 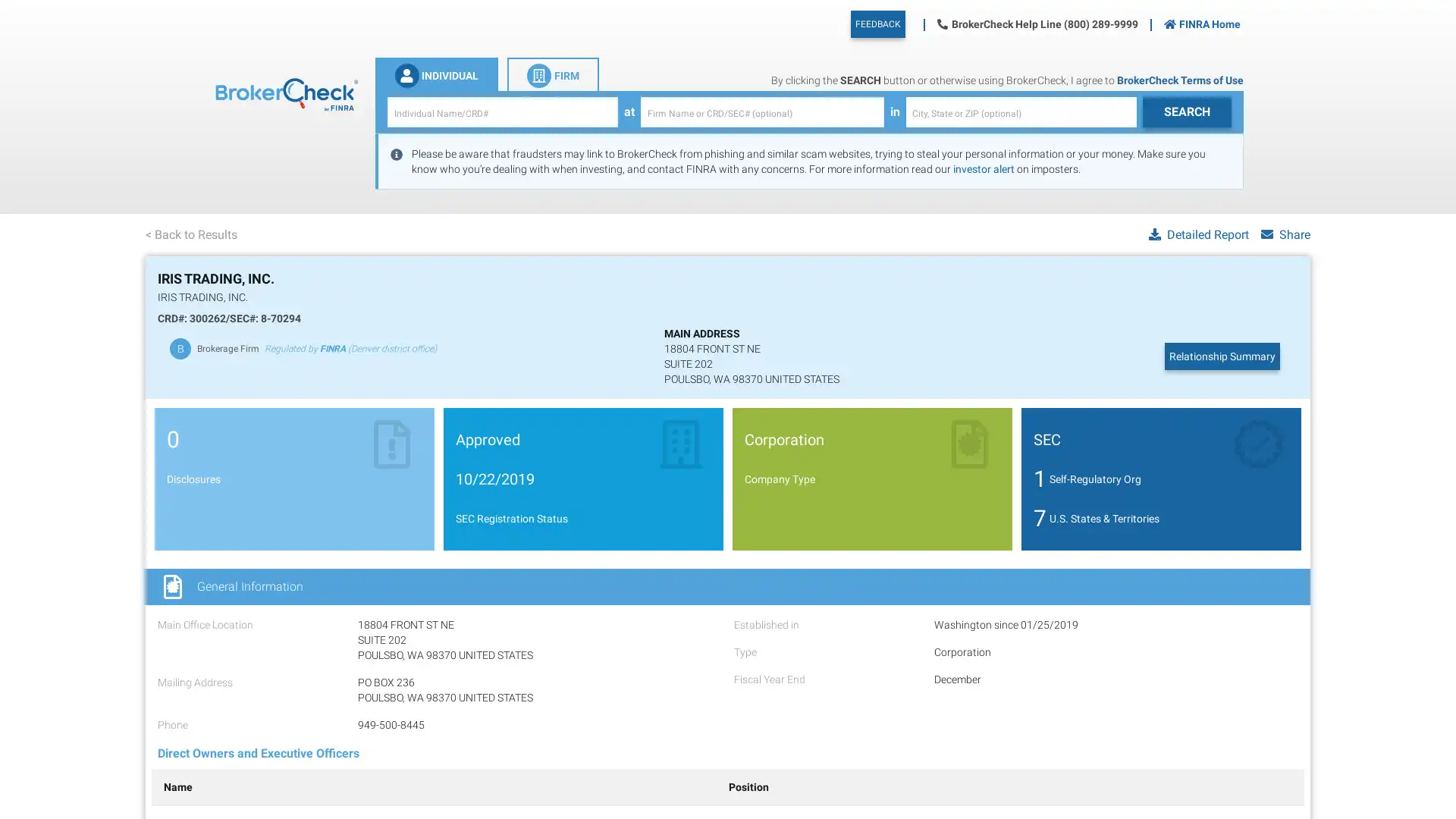 What do you see at coordinates (1303, 111) in the screenshot?
I see `FirmSearch` at bounding box center [1303, 111].